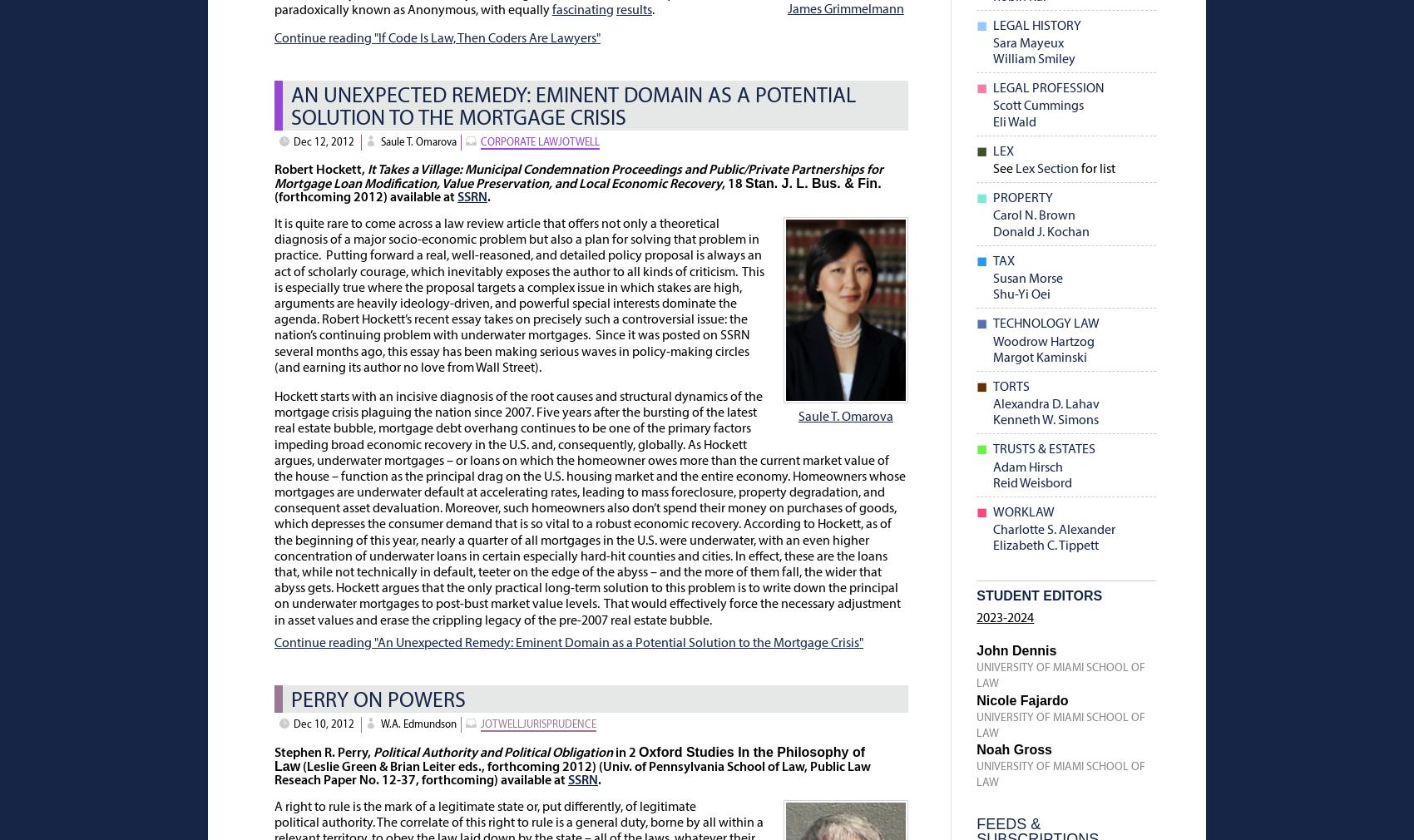 The height and width of the screenshot is (840, 1414). What do you see at coordinates (1038, 594) in the screenshot?
I see `'Student Editors'` at bounding box center [1038, 594].